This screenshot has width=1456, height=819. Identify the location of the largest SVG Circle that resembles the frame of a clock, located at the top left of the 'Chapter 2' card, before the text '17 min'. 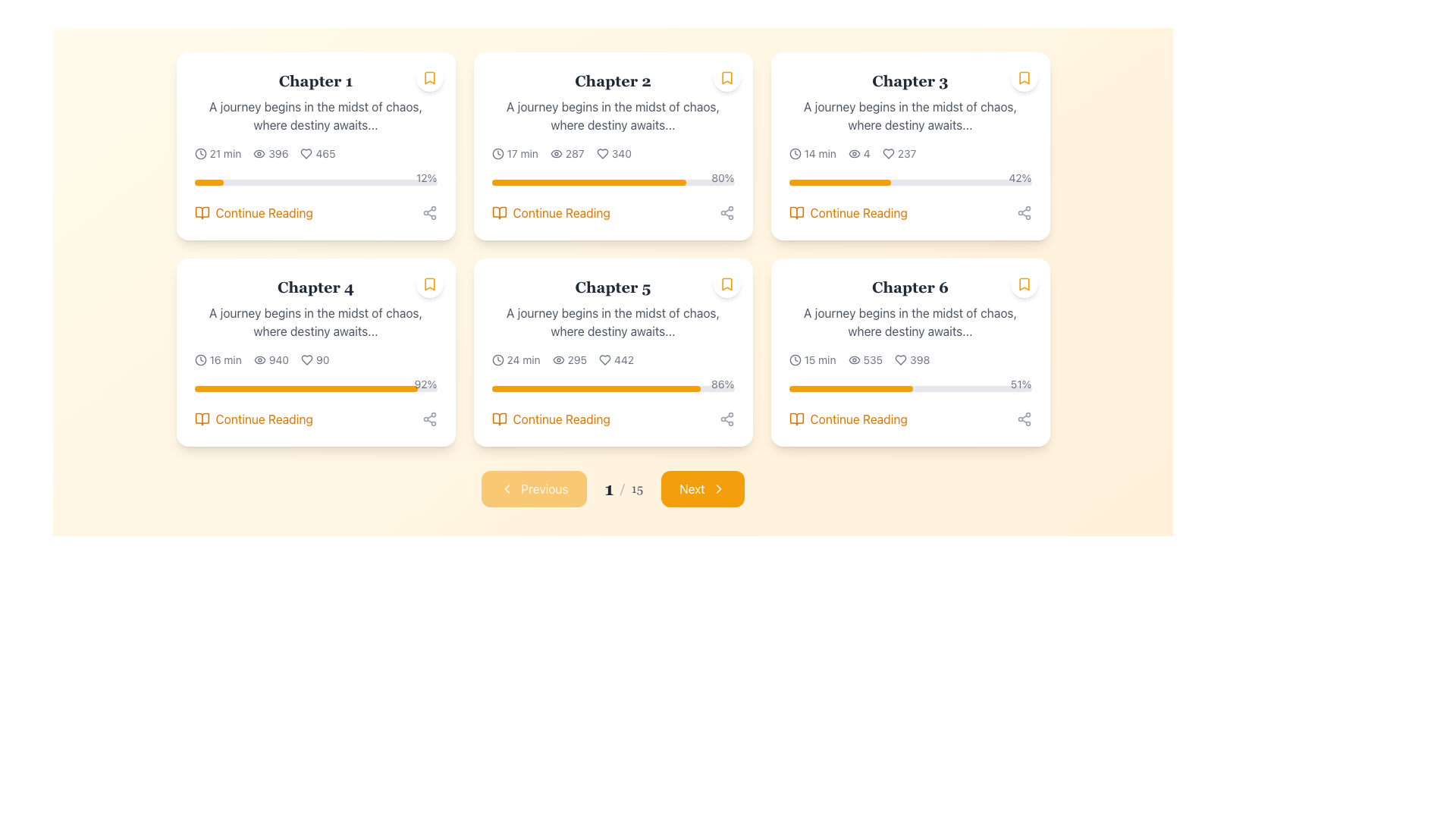
(497, 154).